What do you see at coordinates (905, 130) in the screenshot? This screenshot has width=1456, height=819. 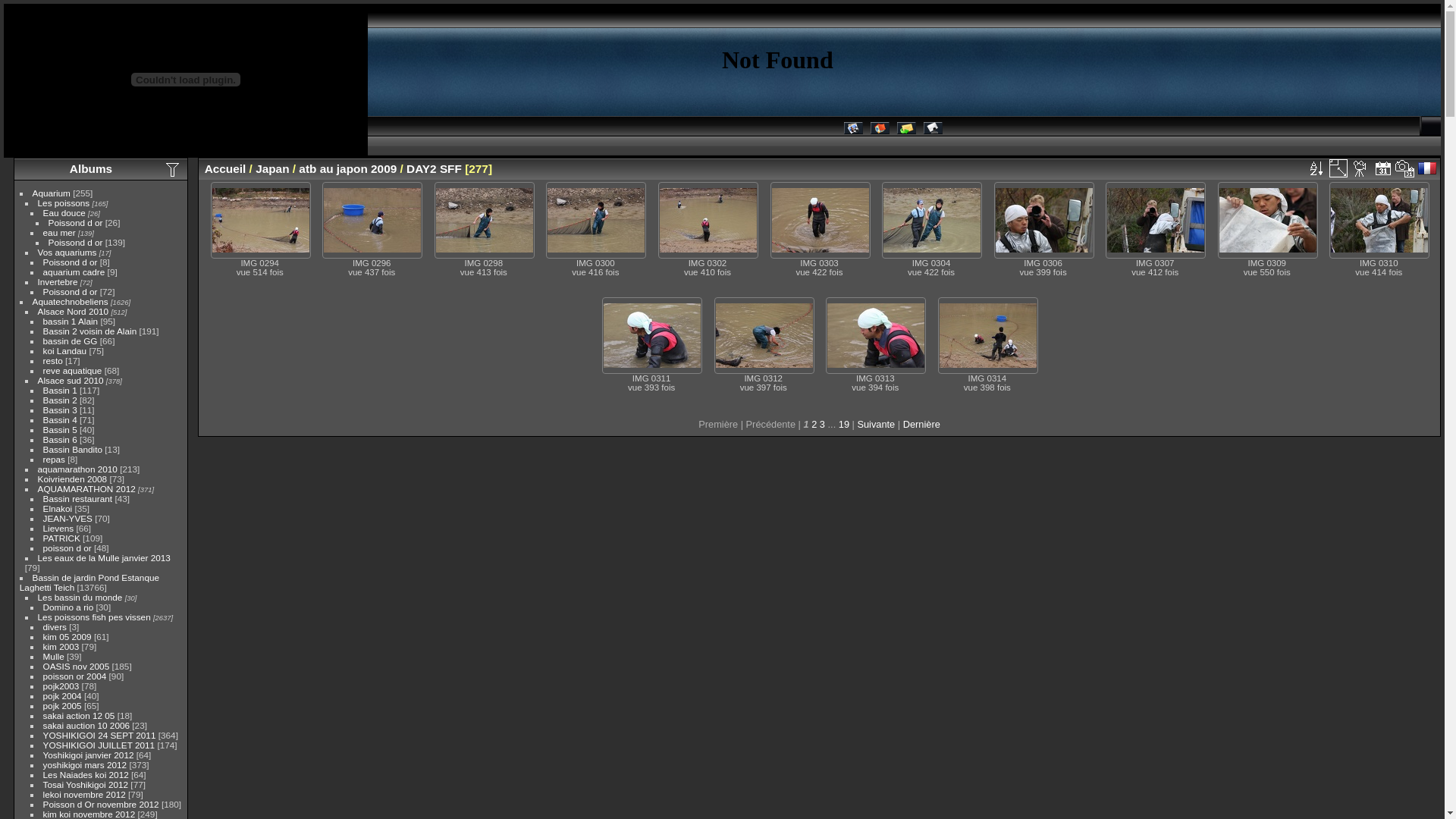 I see `'info@aquatechnobel.be'` at bounding box center [905, 130].